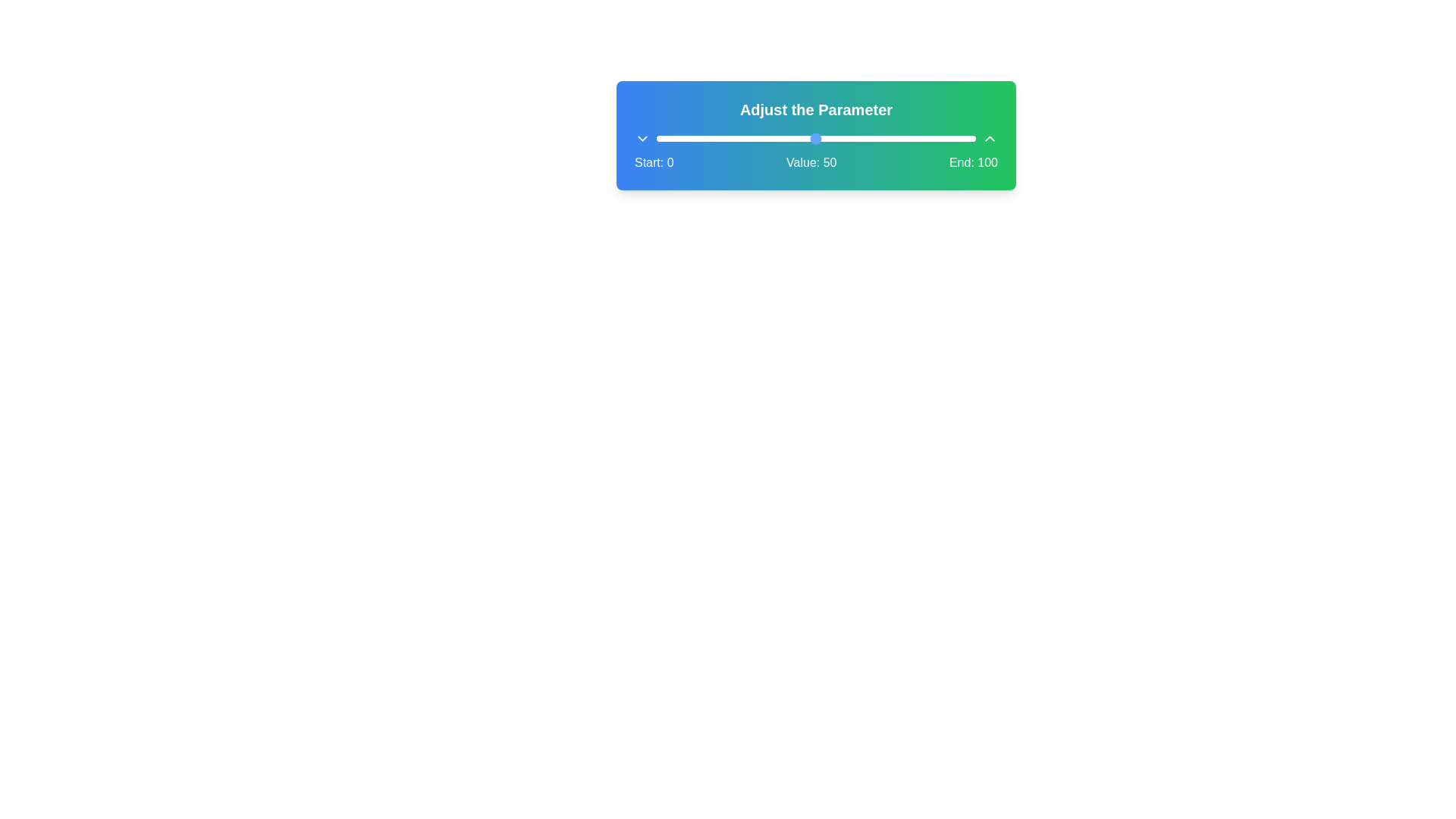 This screenshot has height=819, width=1456. I want to click on the parameter, so click(921, 138).